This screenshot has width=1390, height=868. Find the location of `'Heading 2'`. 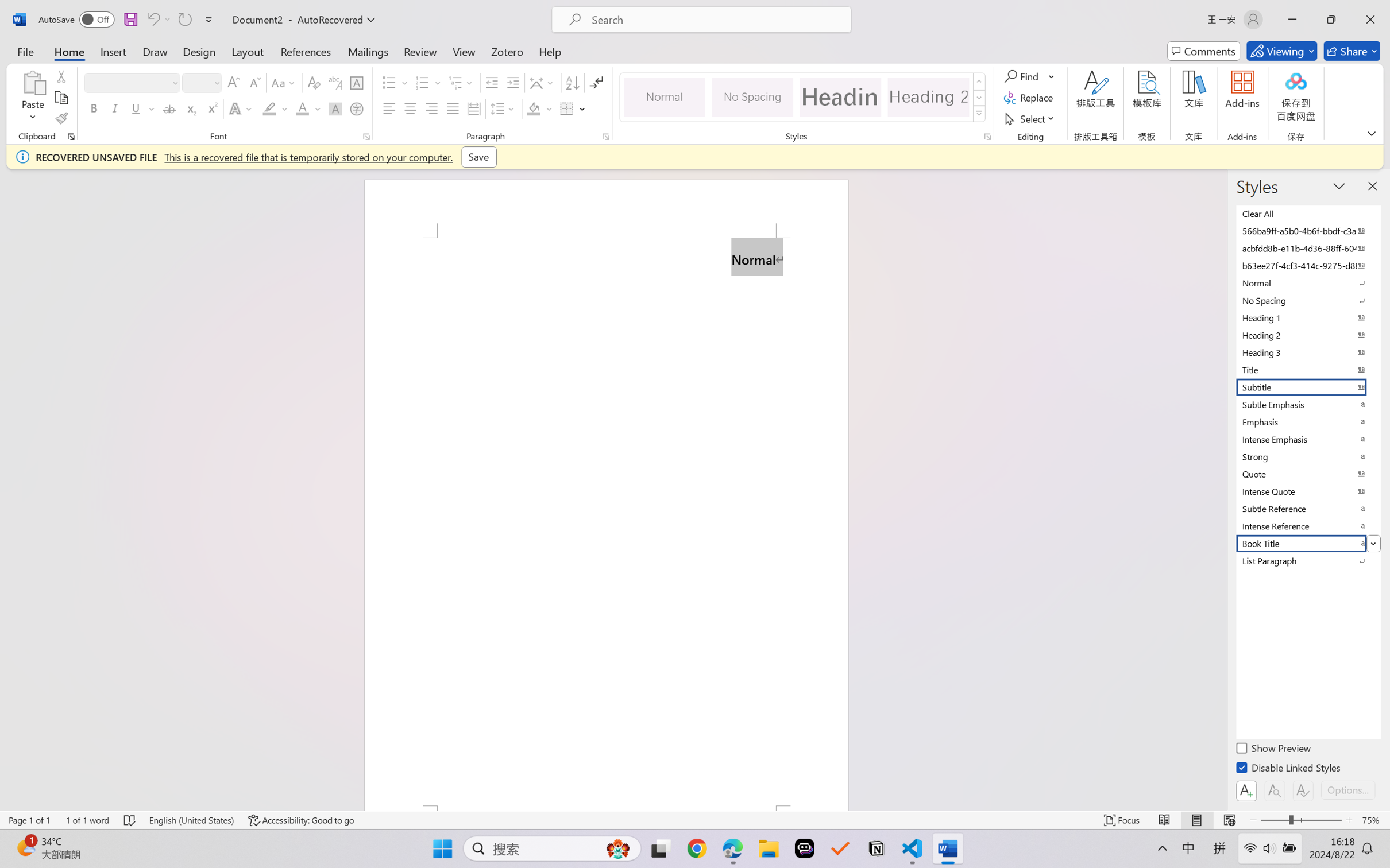

'Heading 2' is located at coordinates (928, 96).